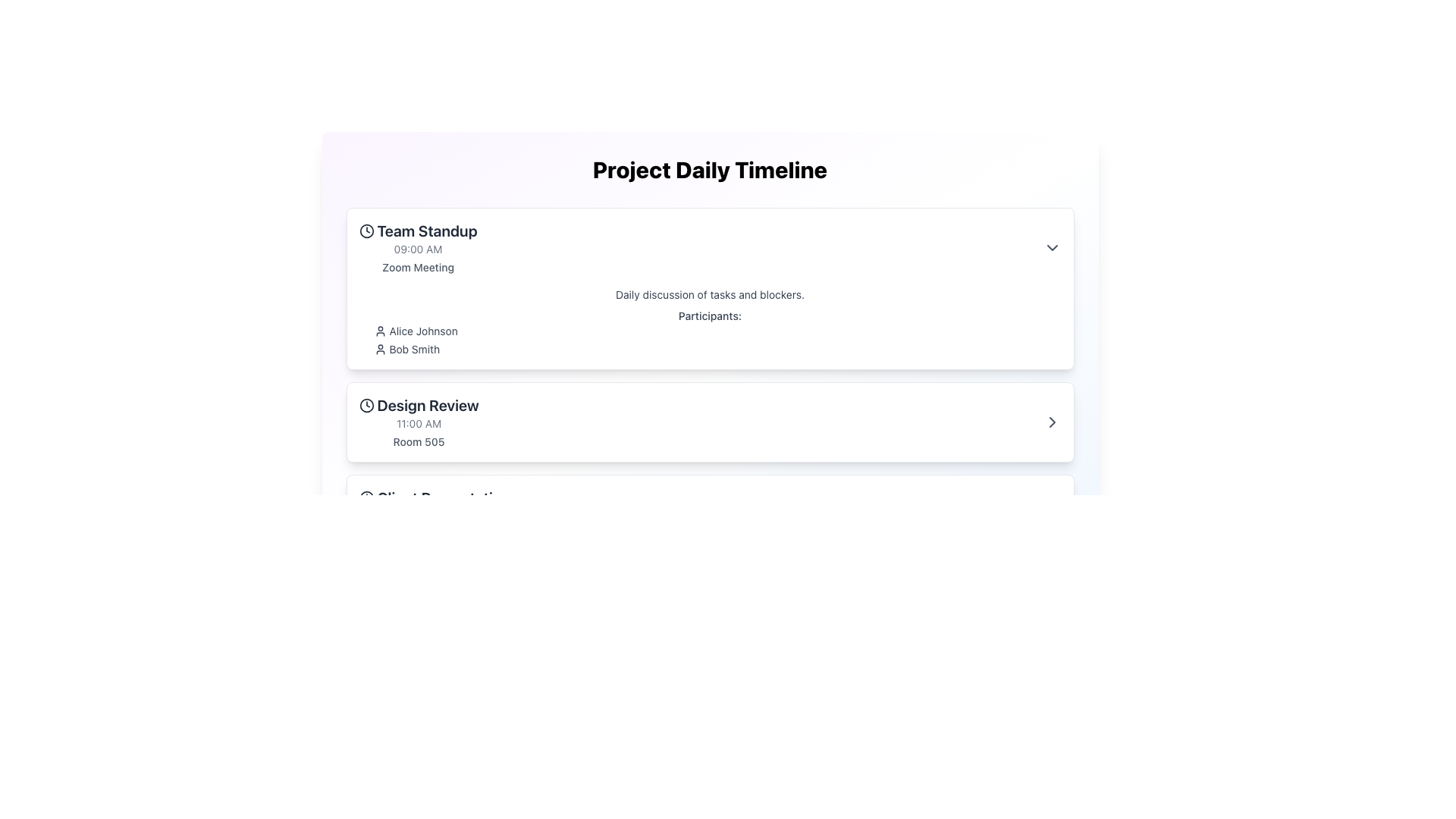 The width and height of the screenshot is (1456, 819). I want to click on circular element of the clock icon associated with the 'Team Standup' event, located at the center of the SVG graphic, so click(366, 231).